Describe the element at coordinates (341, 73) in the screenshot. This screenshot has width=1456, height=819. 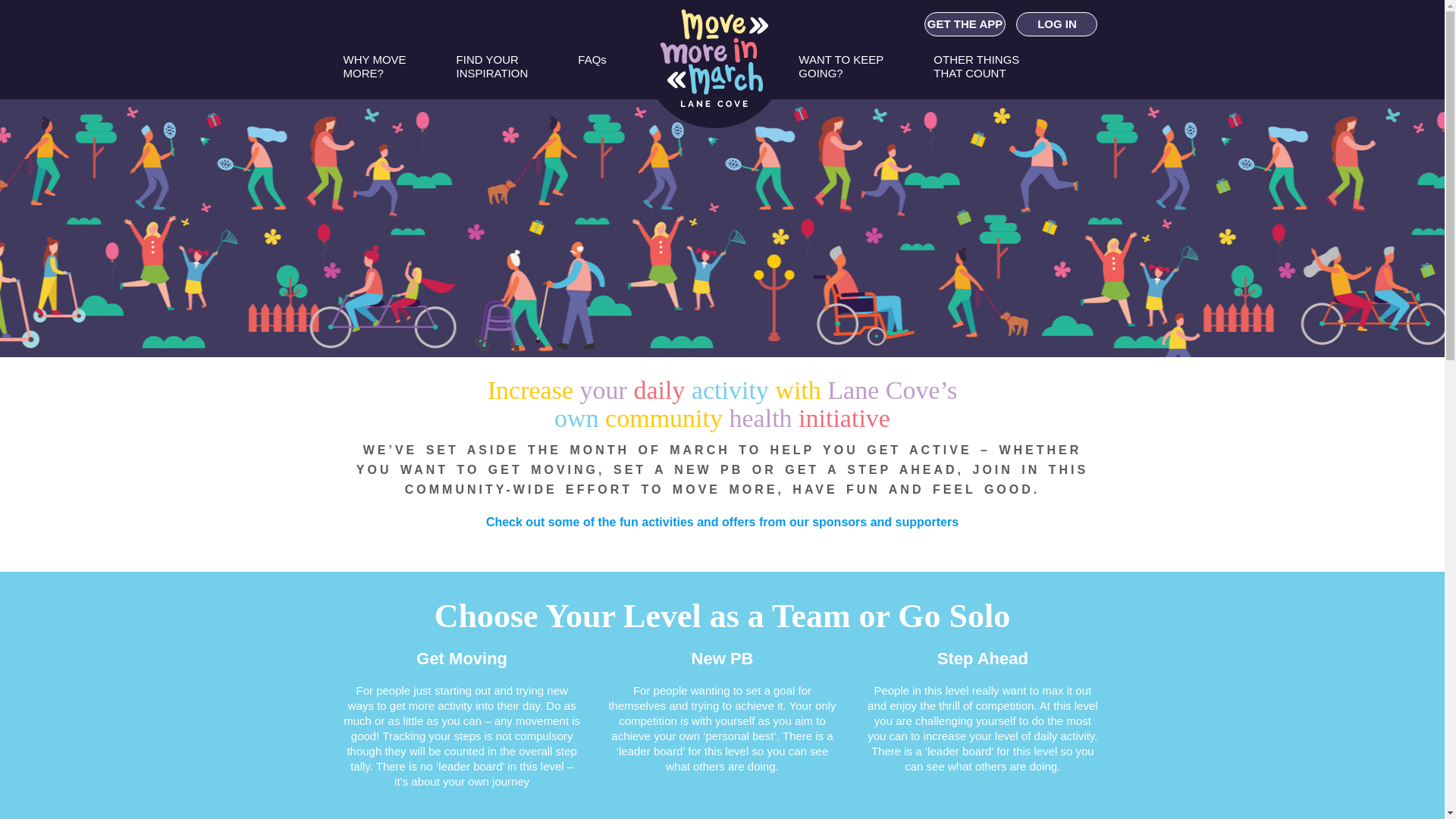
I see `'WHY MOVE` at that location.